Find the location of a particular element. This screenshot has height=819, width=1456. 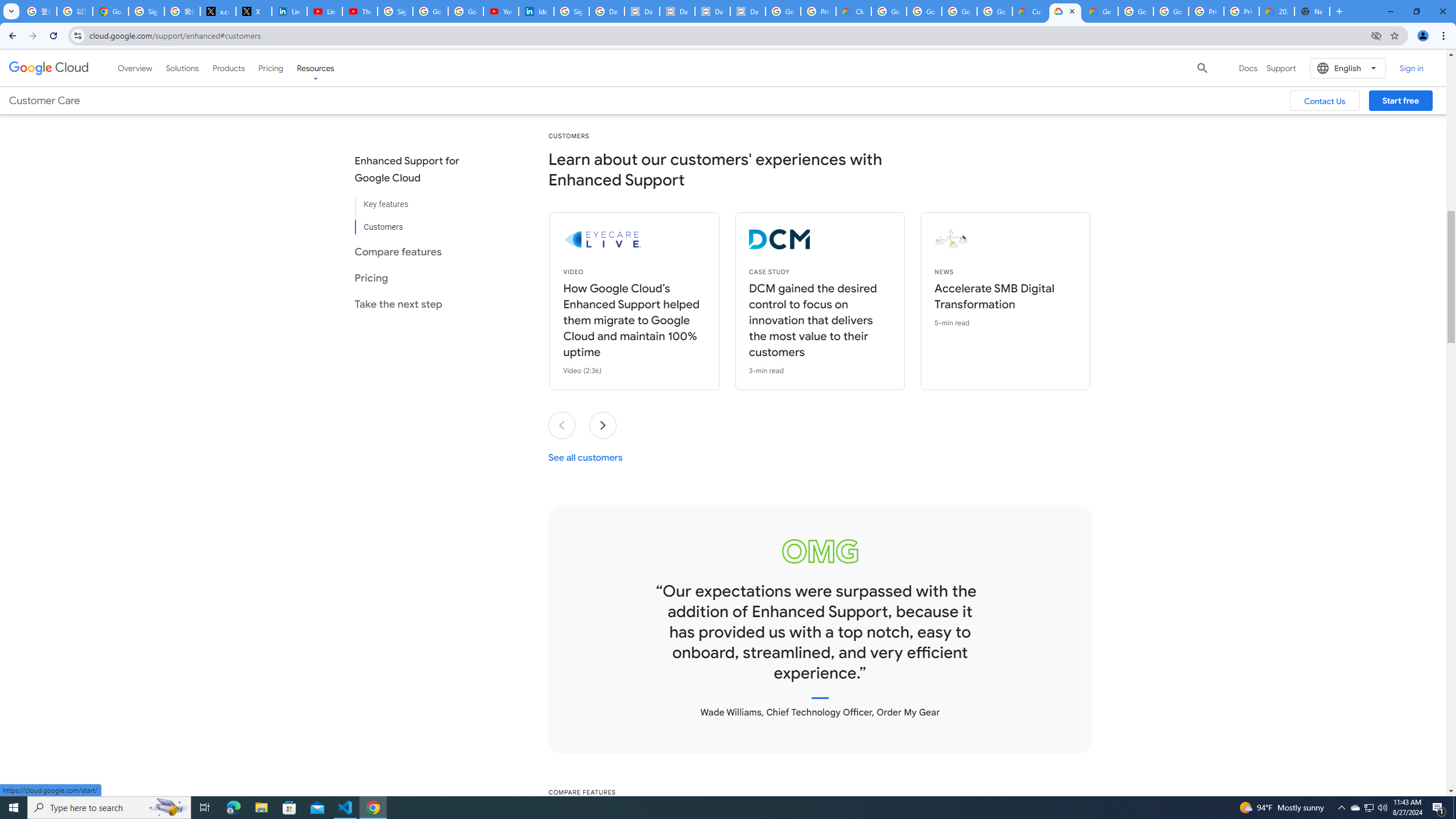

'New Tab' is located at coordinates (1312, 11).